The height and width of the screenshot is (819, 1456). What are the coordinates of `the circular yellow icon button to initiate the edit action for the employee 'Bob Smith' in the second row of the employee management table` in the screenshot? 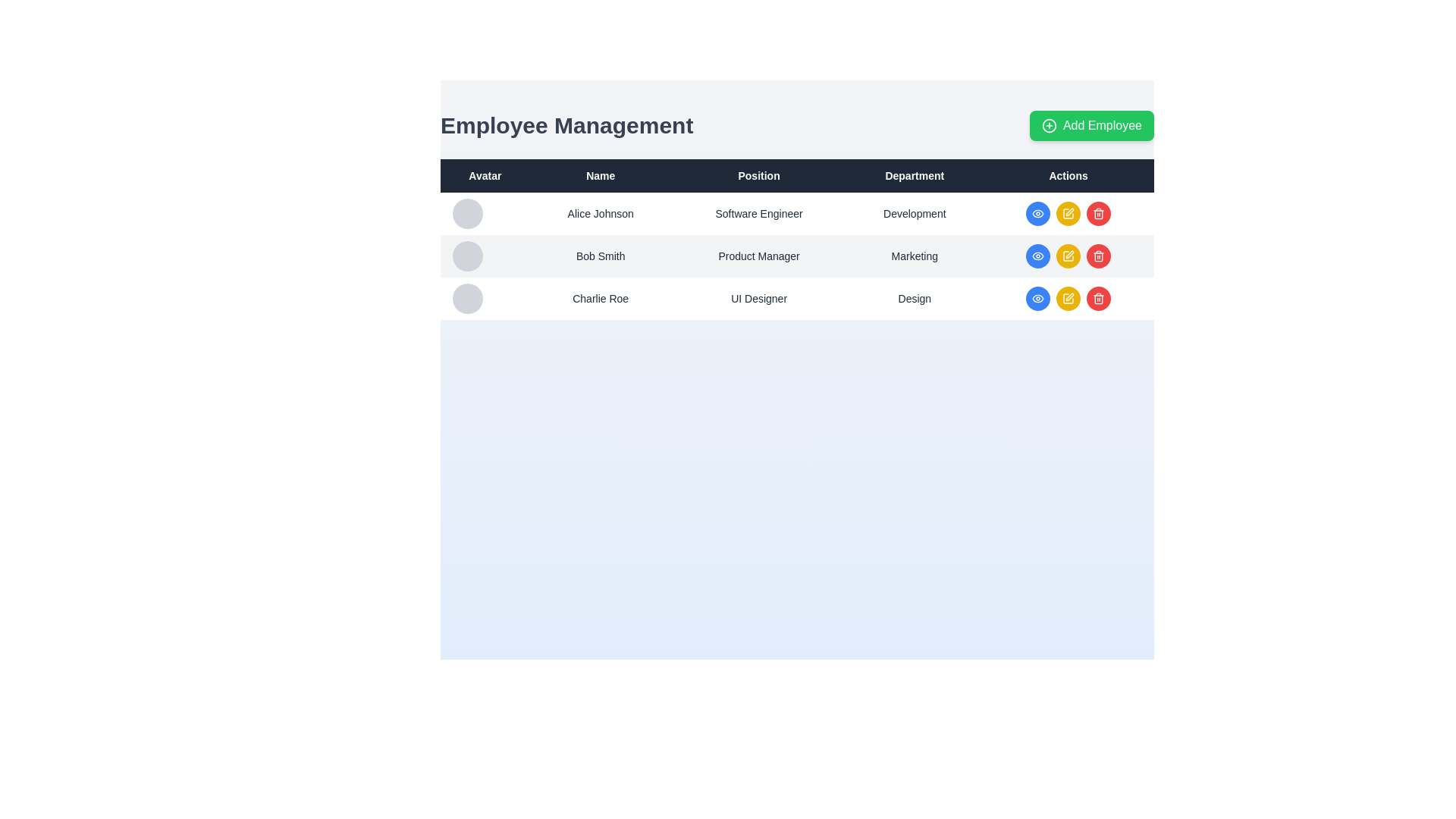 It's located at (1068, 298).